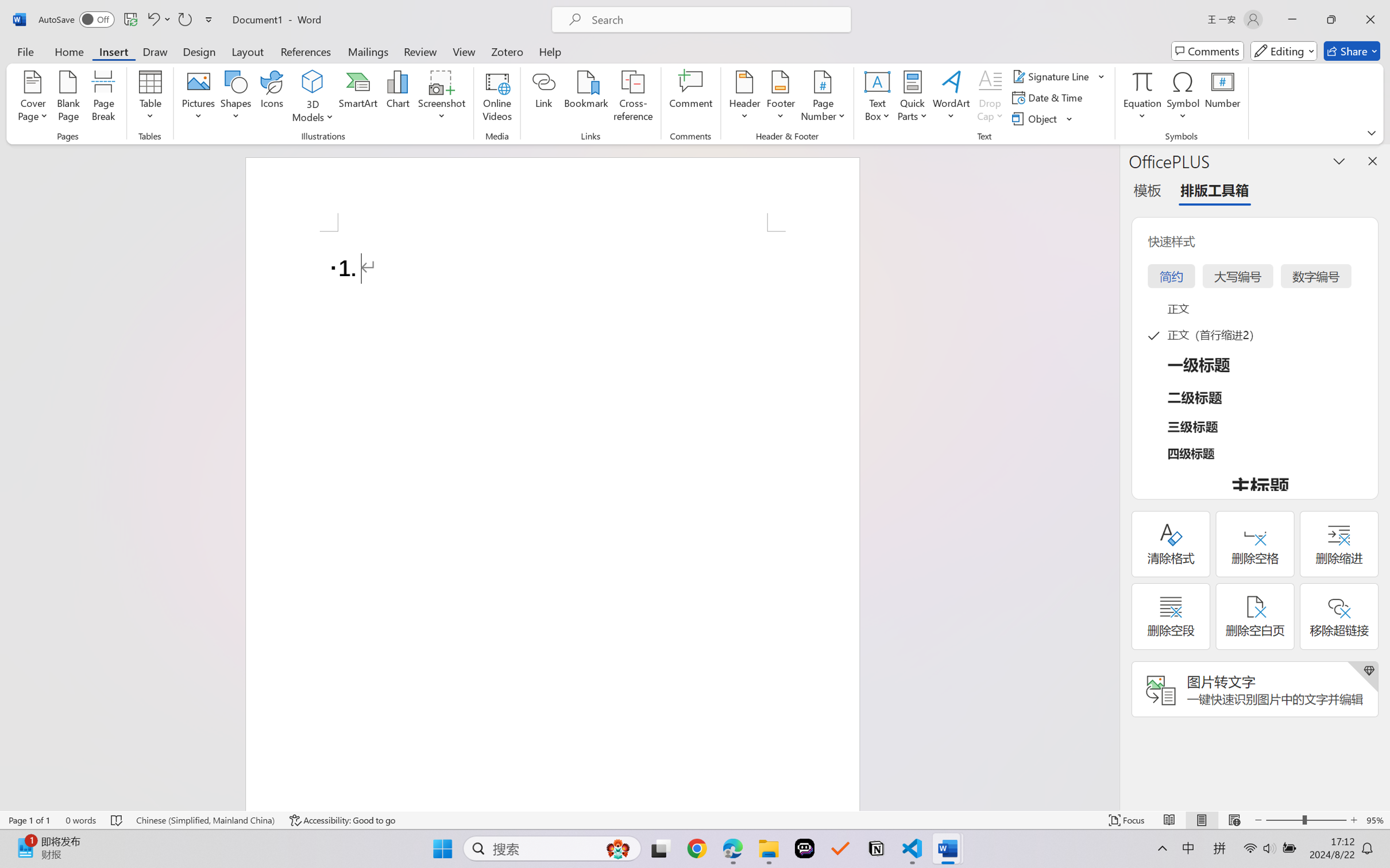 The width and height of the screenshot is (1390, 868). Describe the element at coordinates (358, 98) in the screenshot. I see `'SmartArt...'` at that location.